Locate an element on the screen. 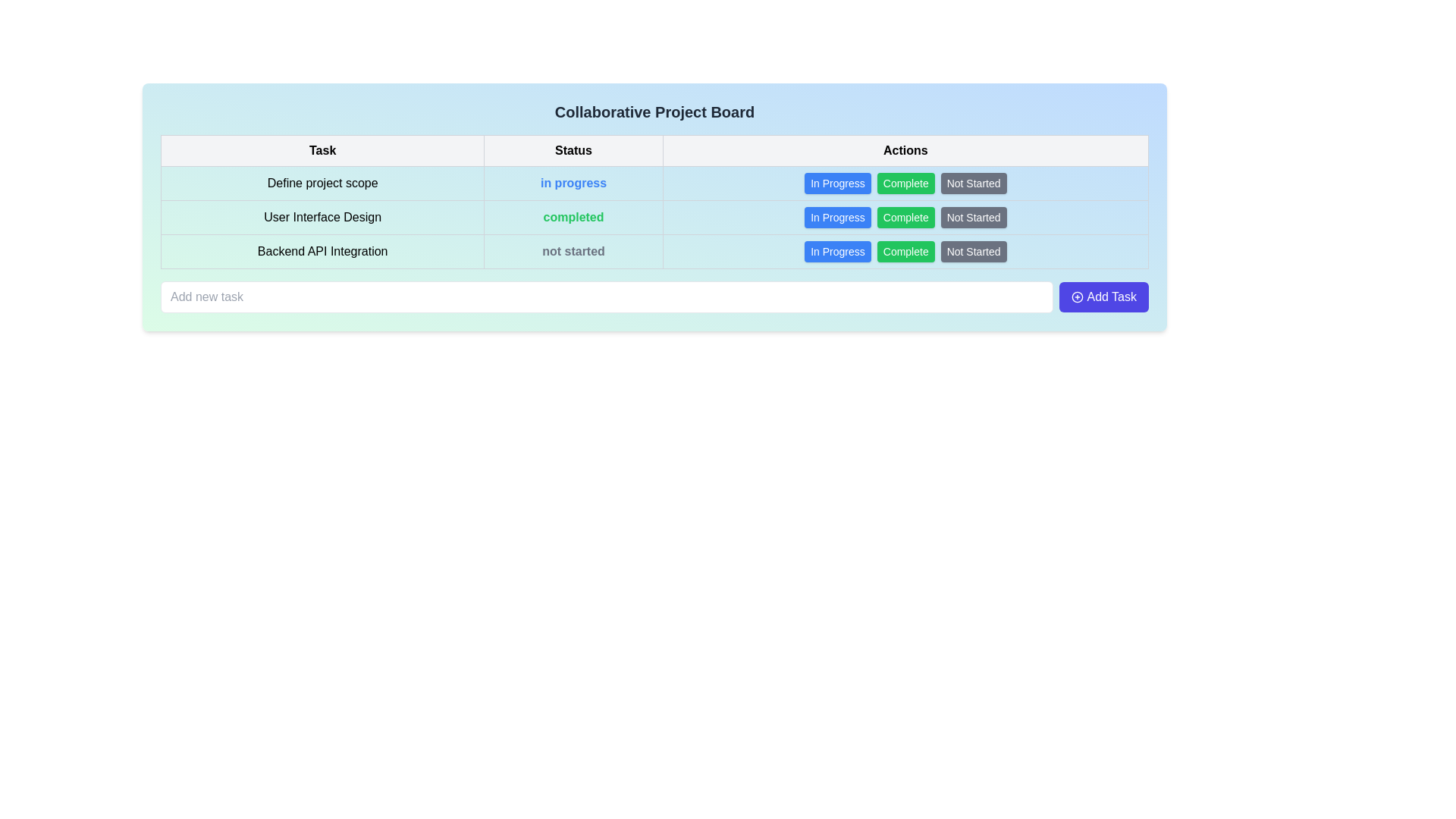  one of the buttons in the button group located in the 'Actions' column of the second row for the task 'User Interface Design' is located at coordinates (905, 217).